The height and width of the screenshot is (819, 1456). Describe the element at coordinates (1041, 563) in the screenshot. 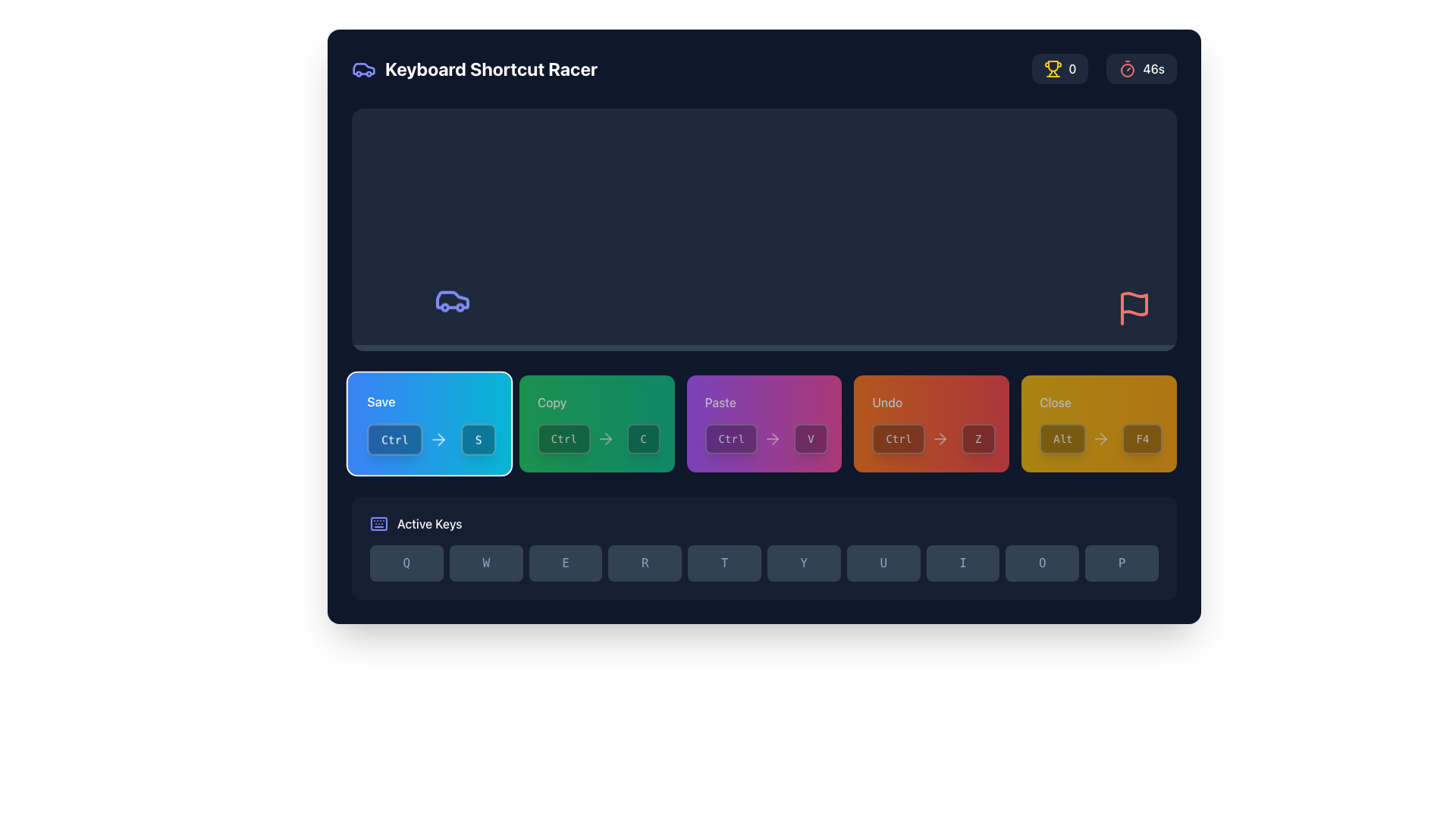

I see `the button labeled 'O' which is the ninth button from the left in a horizontal row of key-like buttons at the bottom of the interface to trigger hover effects` at that location.